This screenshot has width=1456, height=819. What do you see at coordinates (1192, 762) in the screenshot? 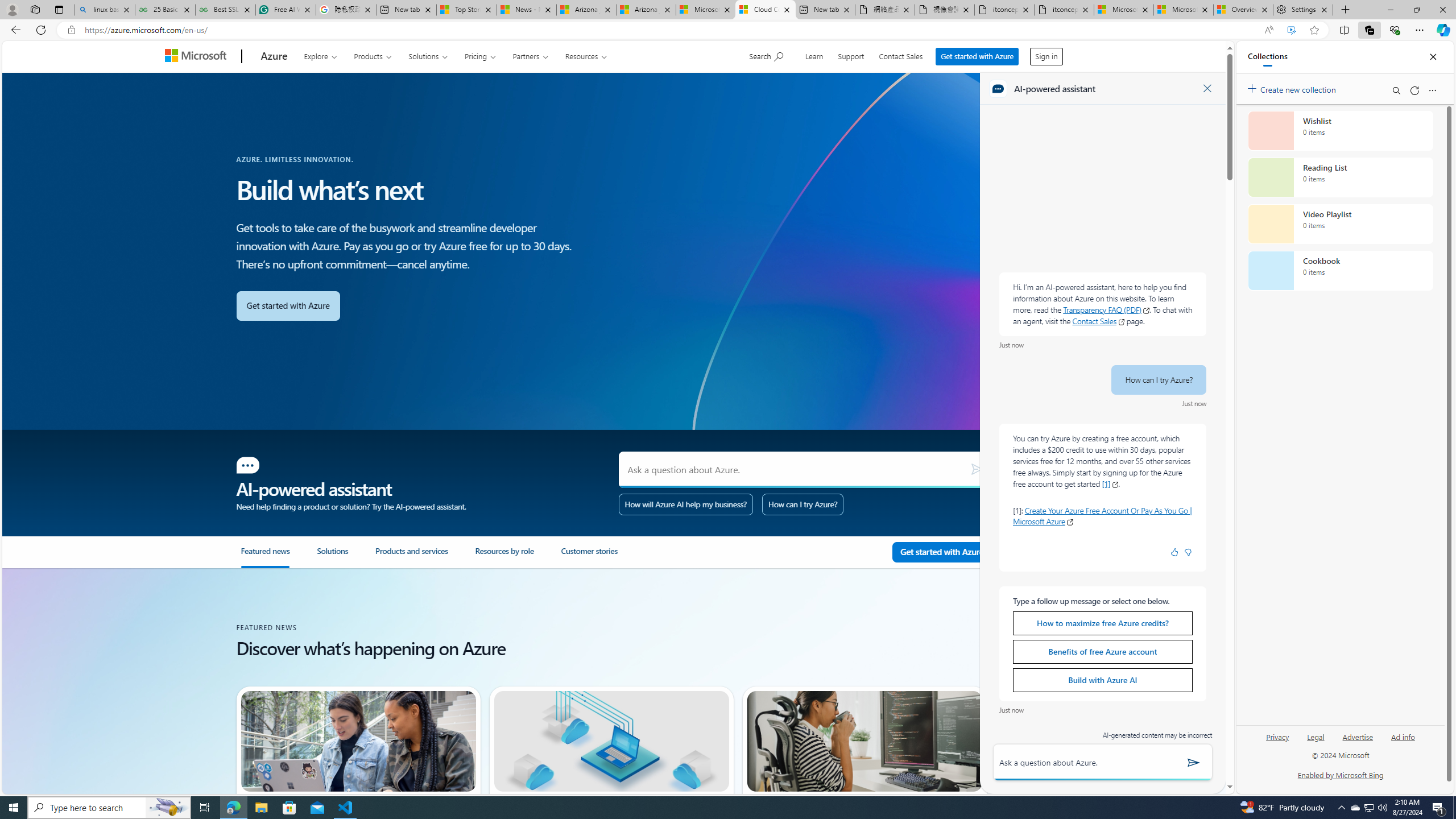
I see `'Send'` at bounding box center [1192, 762].